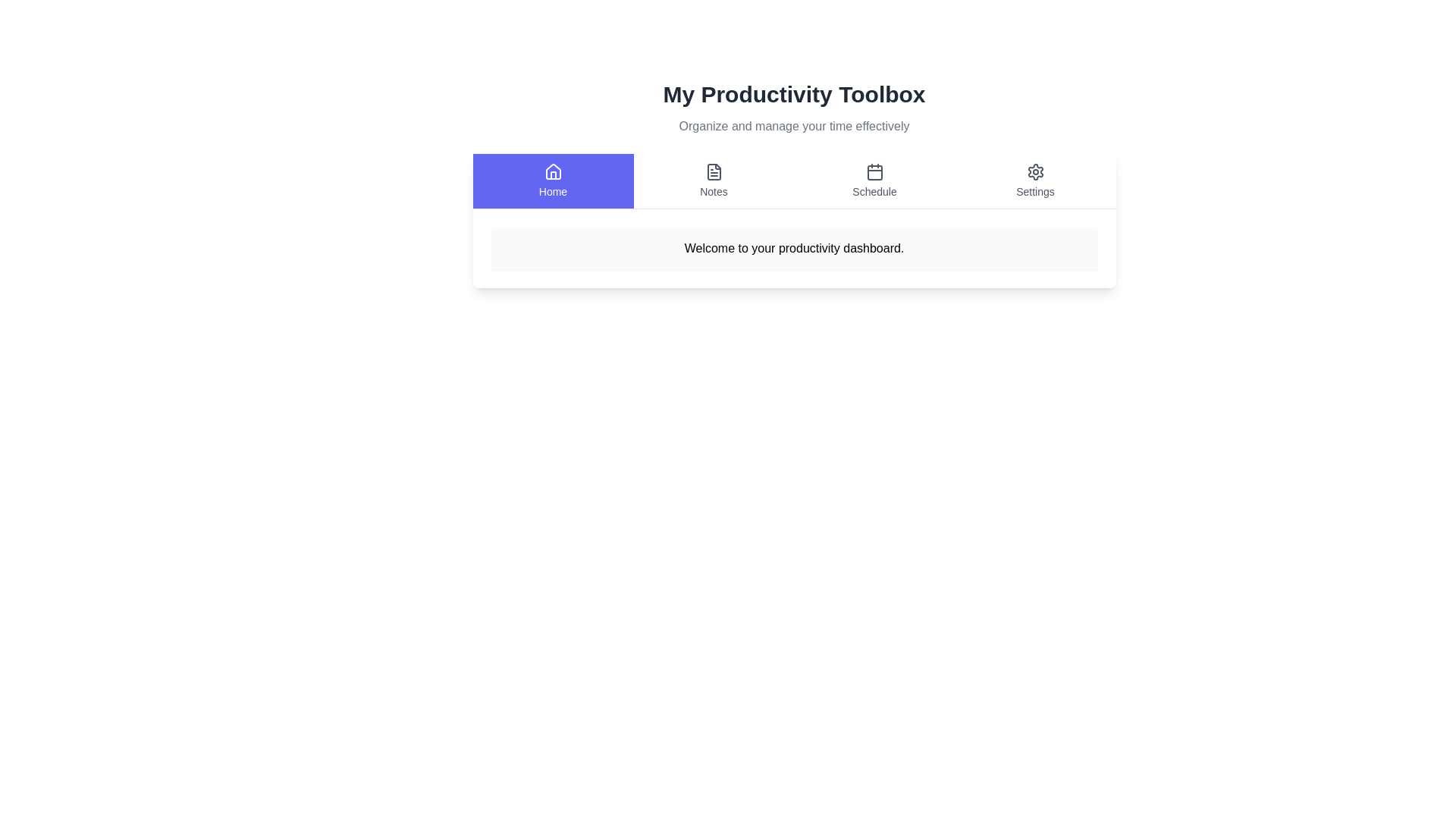  What do you see at coordinates (1034, 171) in the screenshot?
I see `the gear-shaped settings icon located at the top-right section of the interface` at bounding box center [1034, 171].